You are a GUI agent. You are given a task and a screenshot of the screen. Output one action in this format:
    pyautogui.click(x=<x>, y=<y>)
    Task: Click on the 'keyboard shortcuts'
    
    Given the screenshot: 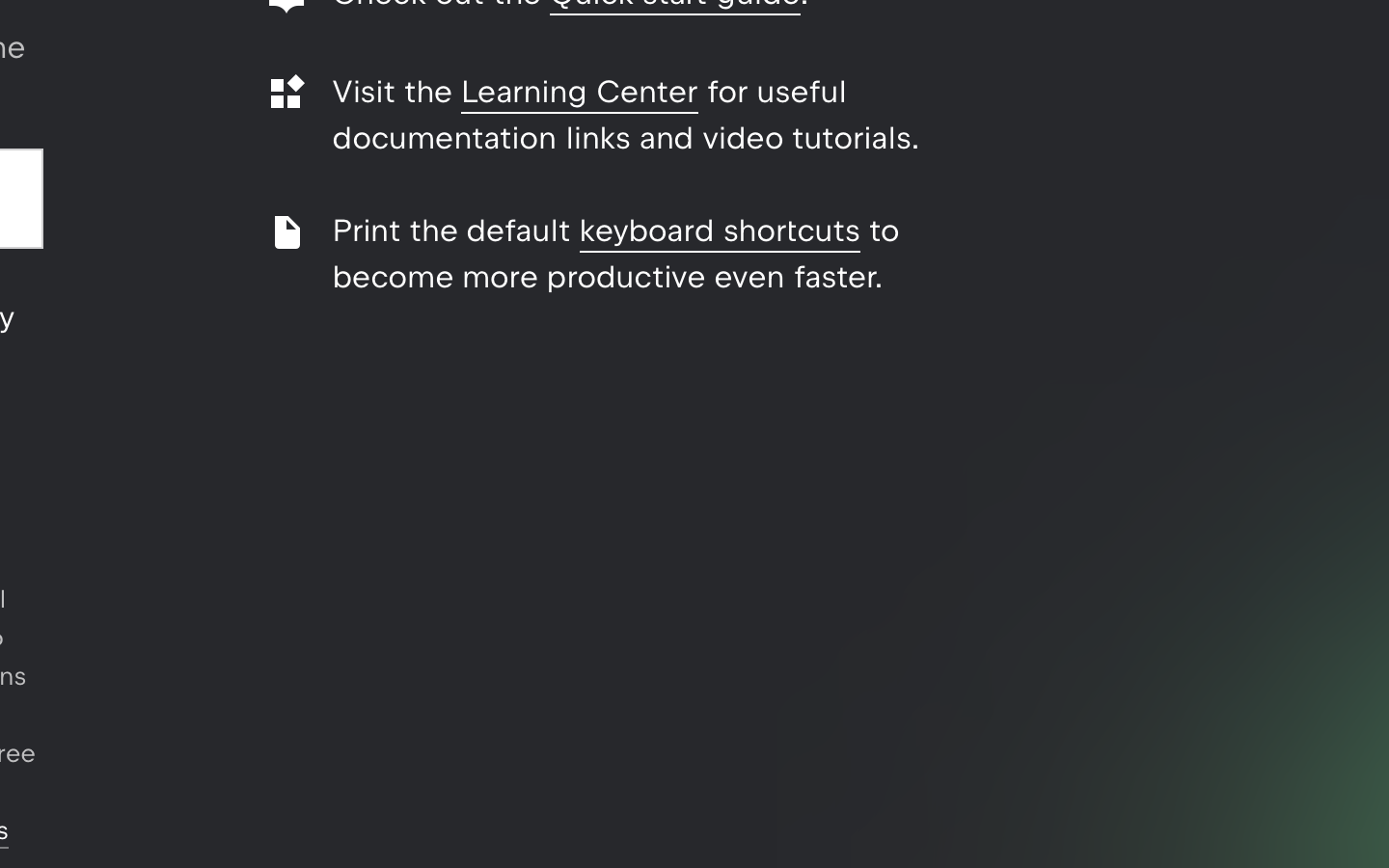 What is the action you would take?
    pyautogui.click(x=719, y=230)
    